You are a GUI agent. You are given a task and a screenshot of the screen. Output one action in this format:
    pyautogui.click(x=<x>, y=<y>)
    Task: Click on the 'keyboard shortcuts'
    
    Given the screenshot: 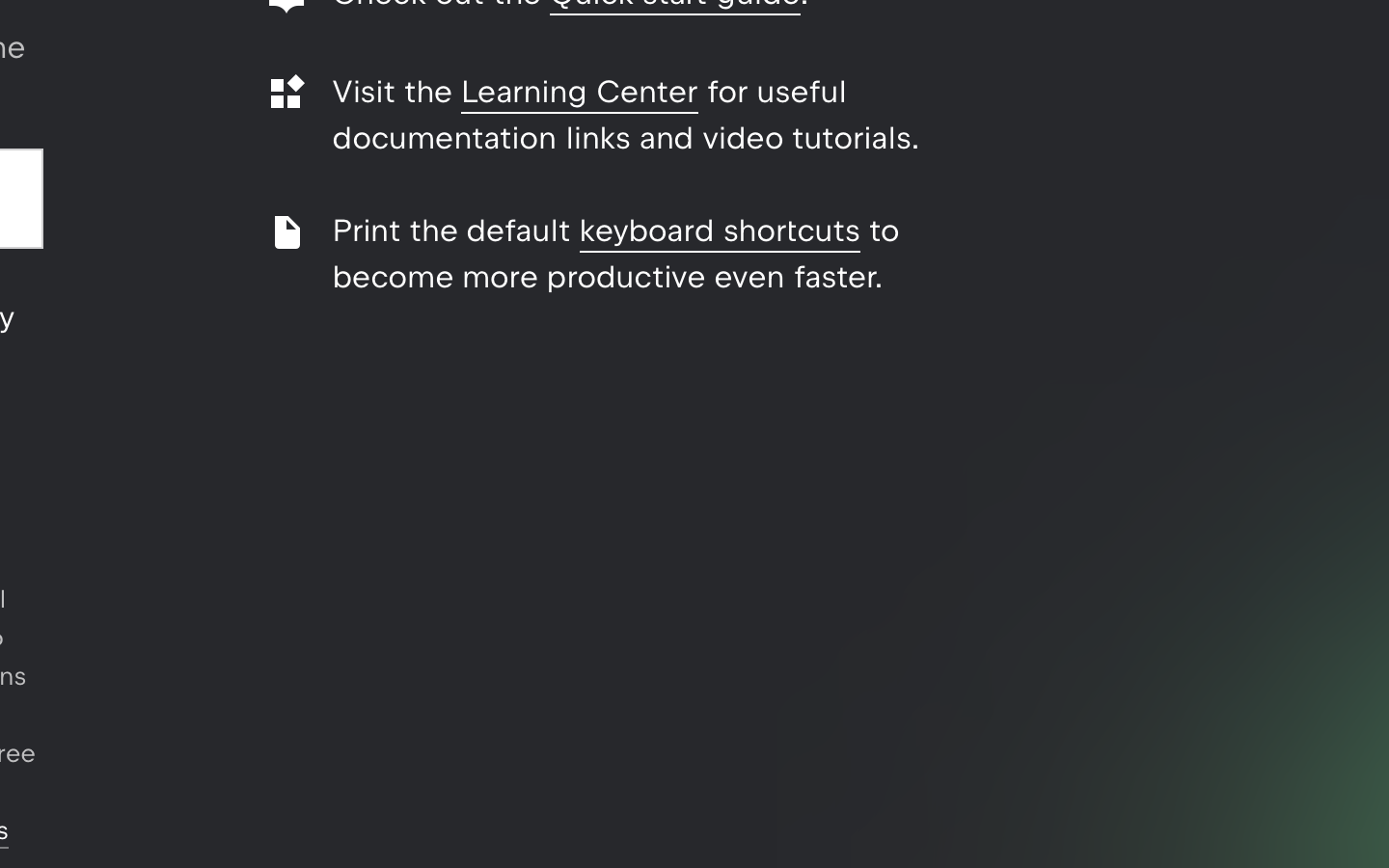 What is the action you would take?
    pyautogui.click(x=719, y=230)
    